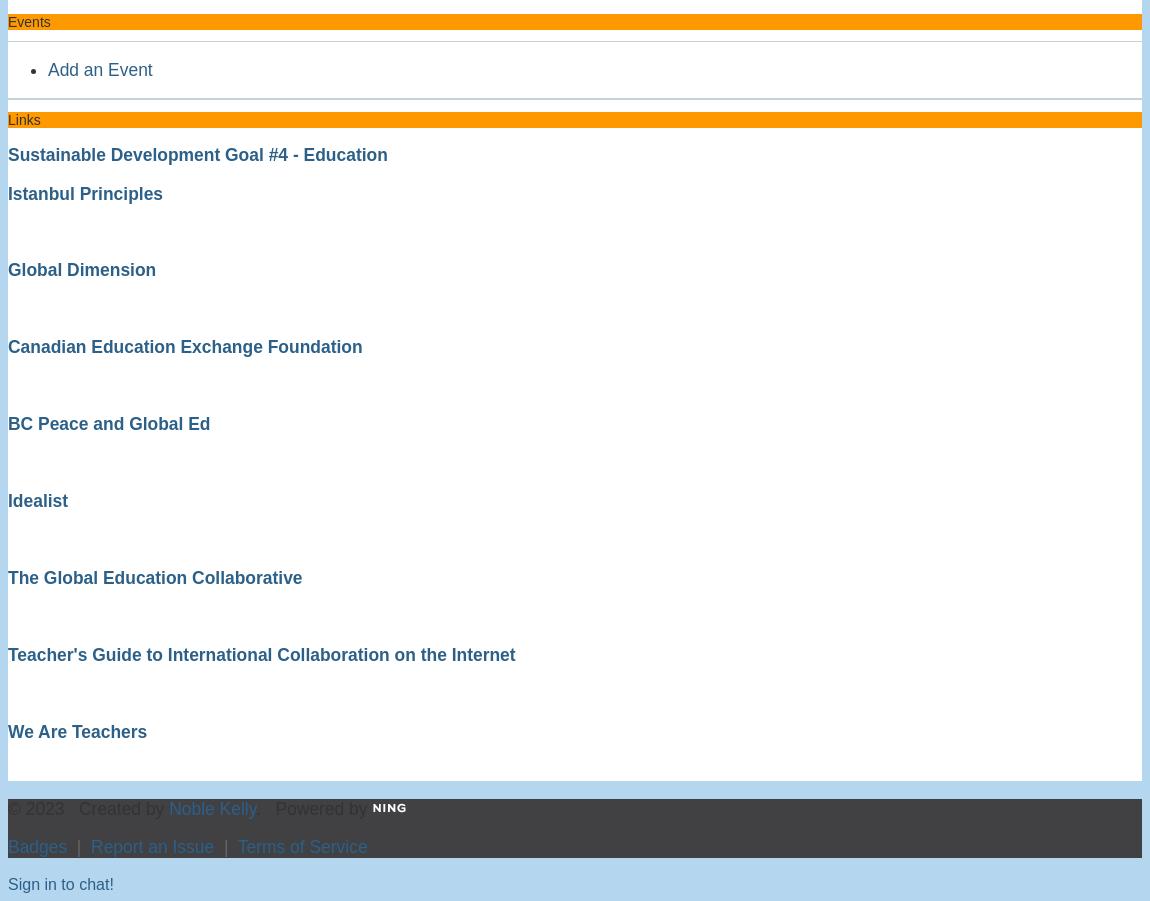  Describe the element at coordinates (311, 807) in the screenshot. I see `'.             
    Powered by'` at that location.